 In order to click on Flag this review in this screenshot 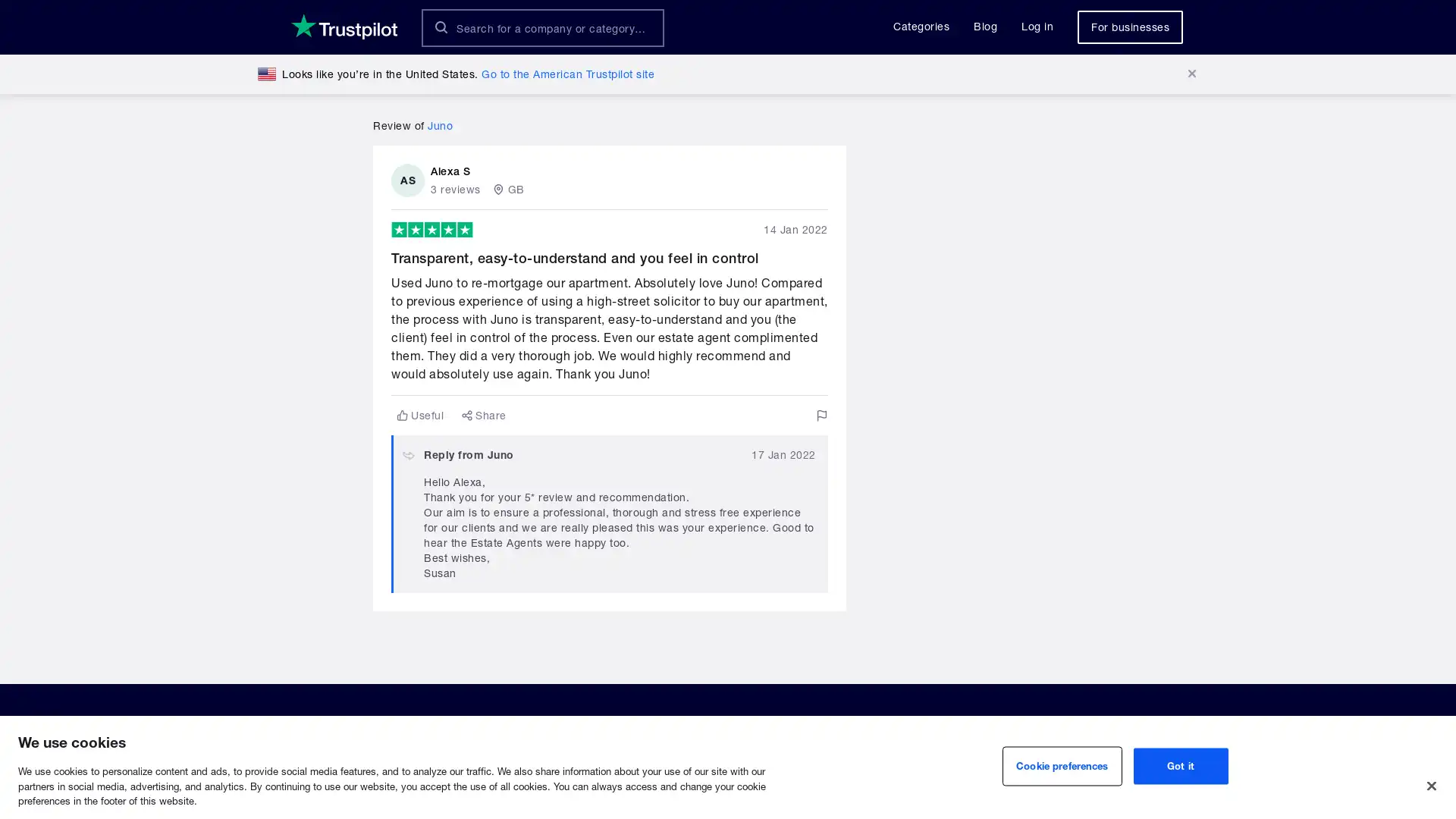, I will do `click(821, 415)`.